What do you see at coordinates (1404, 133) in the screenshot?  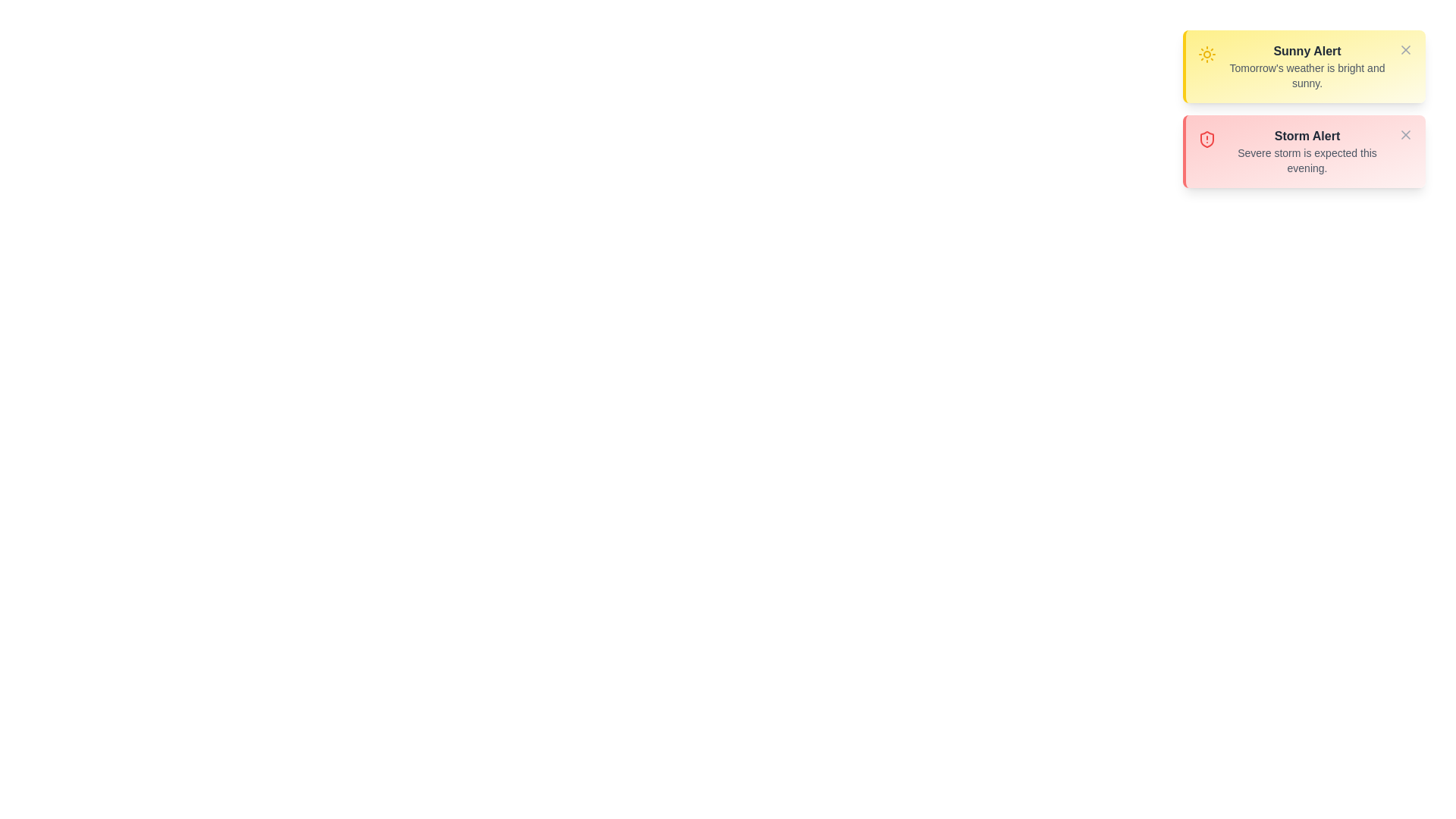 I see `the close button of the alert with the title Storm Alert` at bounding box center [1404, 133].